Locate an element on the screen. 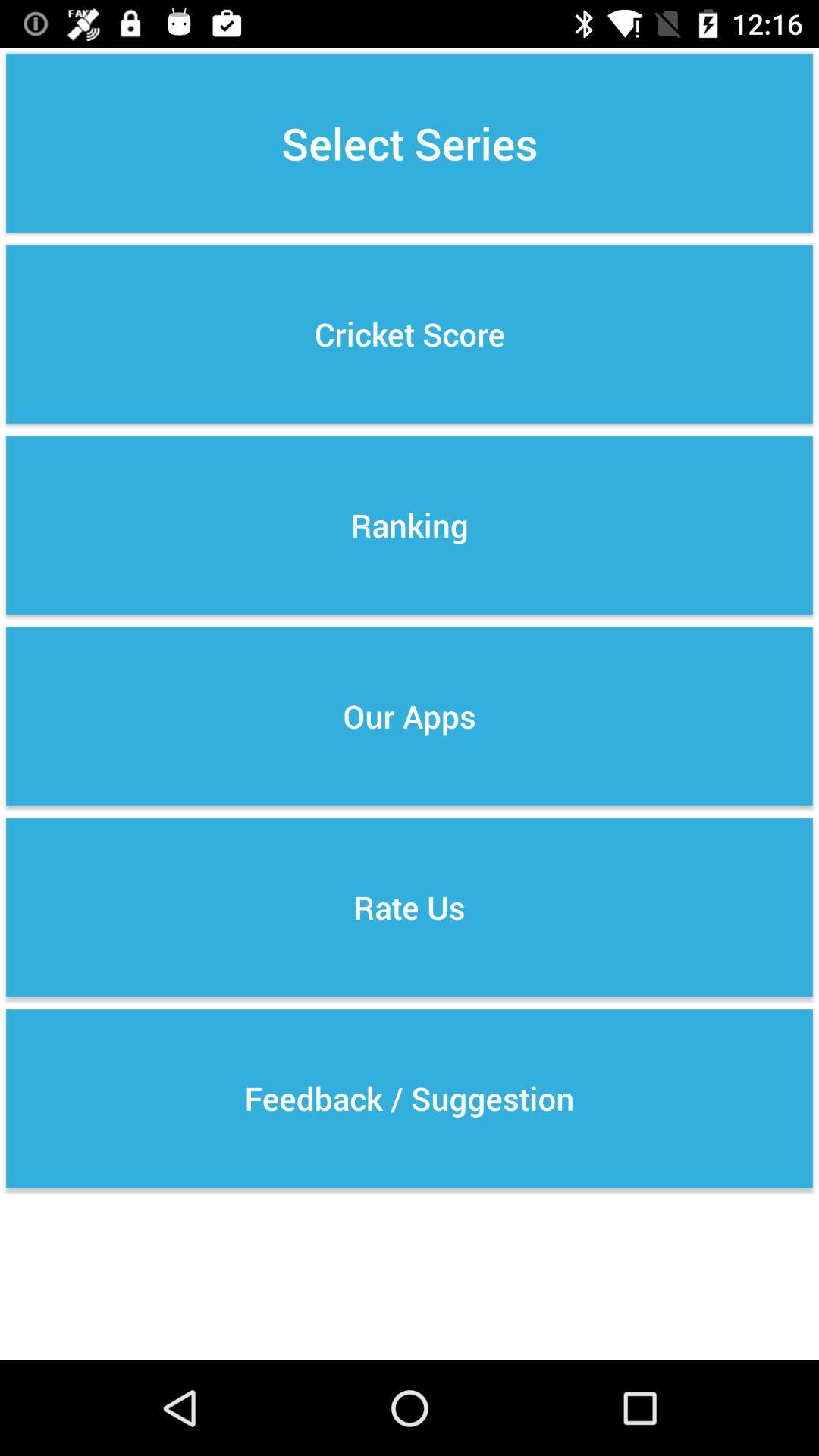  select series button is located at coordinates (409, 143).